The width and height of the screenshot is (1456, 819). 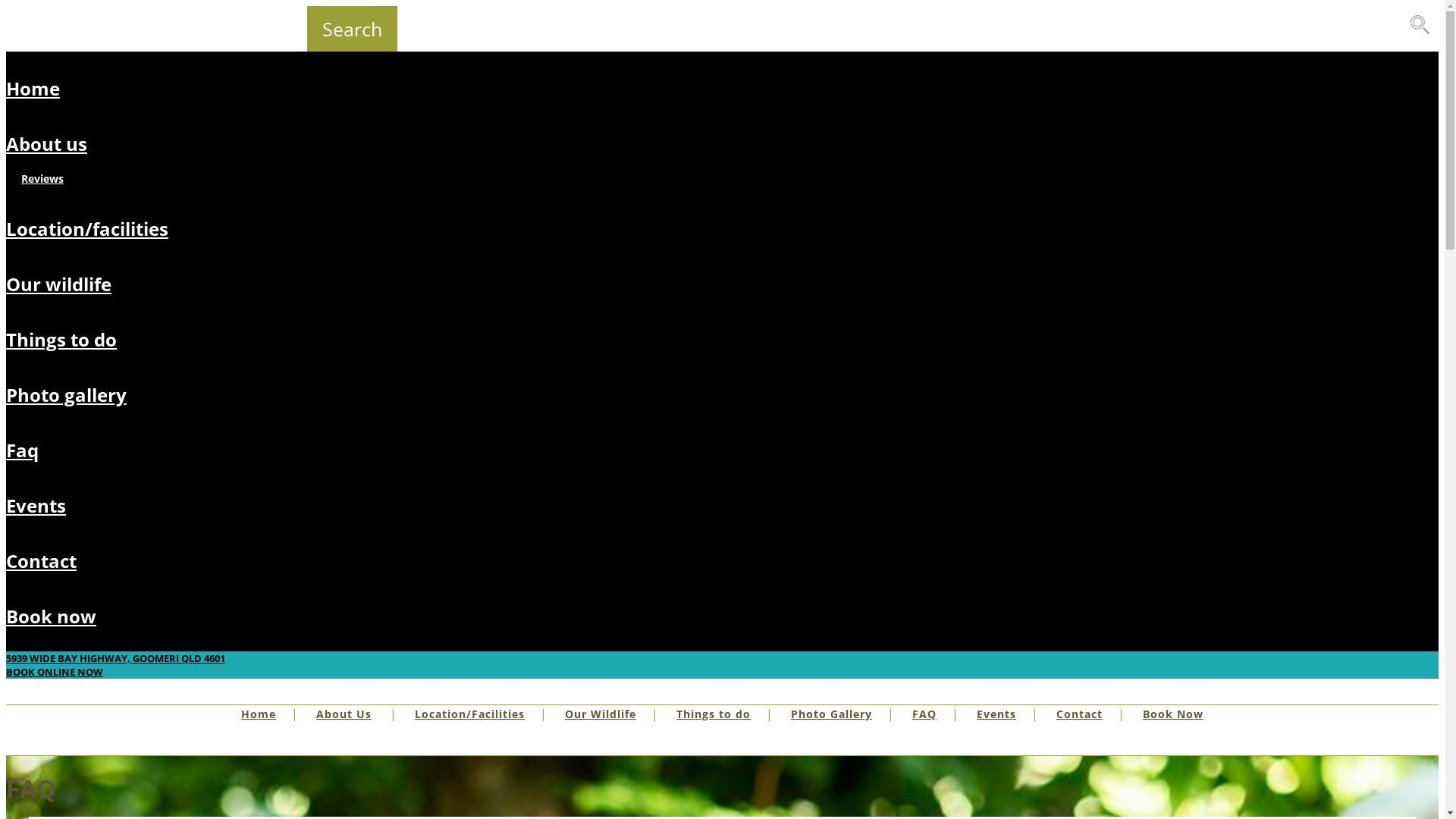 I want to click on 'About Us', so click(x=315, y=714).